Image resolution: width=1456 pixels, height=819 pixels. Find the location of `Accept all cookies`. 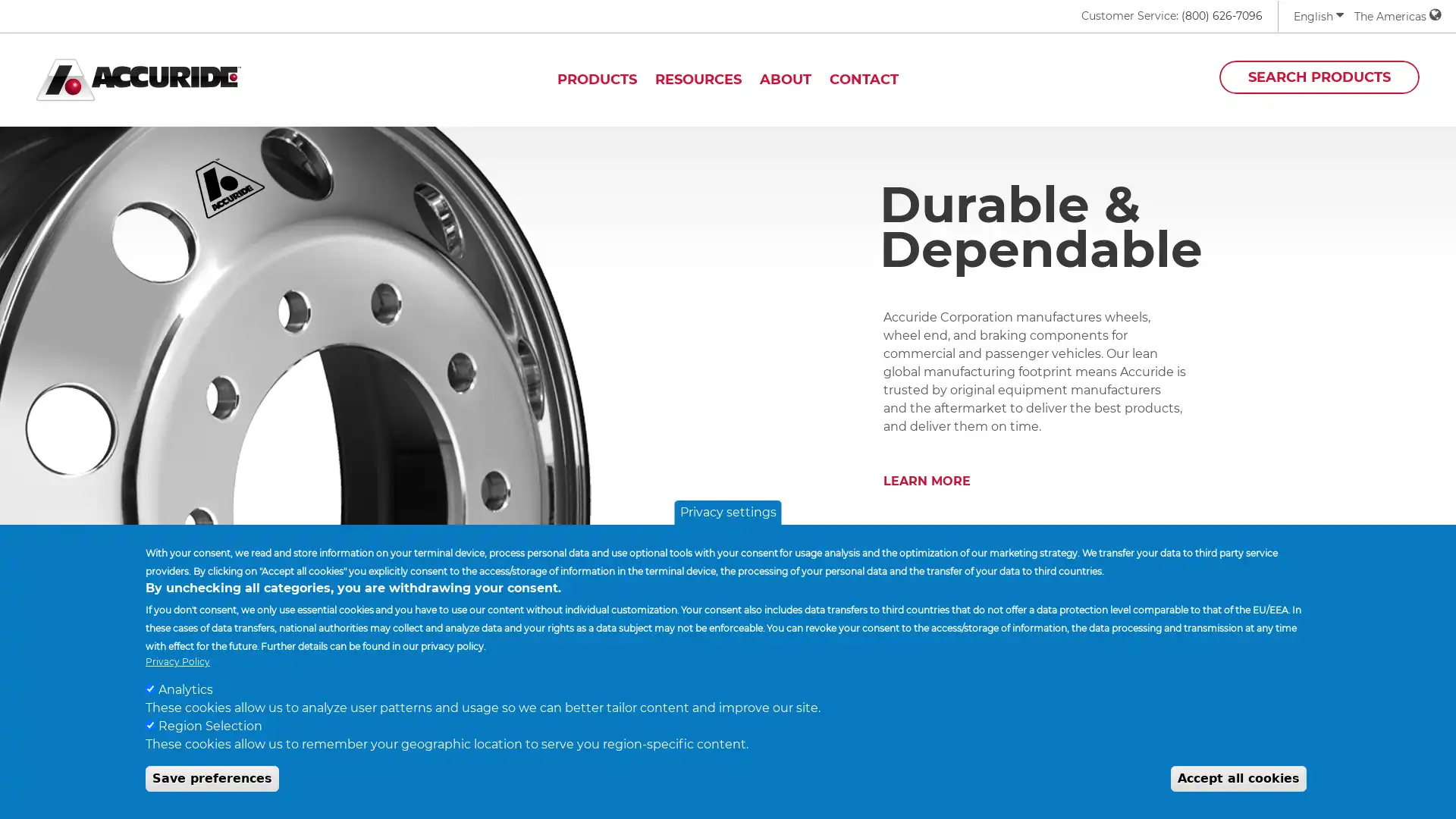

Accept all cookies is located at coordinates (1238, 778).